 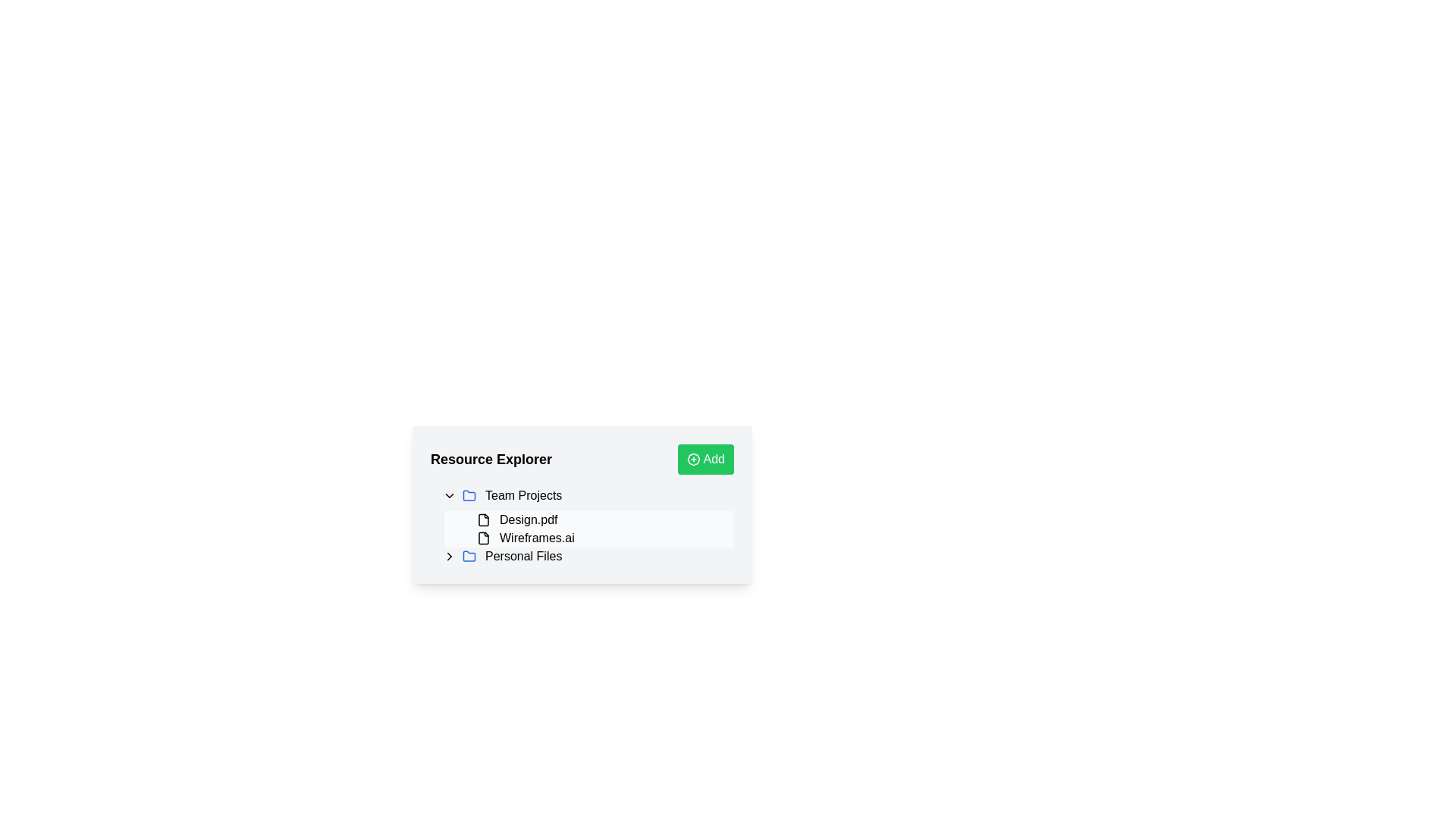 What do you see at coordinates (595, 519) in the screenshot?
I see `the 'Design.pdf' file item` at bounding box center [595, 519].